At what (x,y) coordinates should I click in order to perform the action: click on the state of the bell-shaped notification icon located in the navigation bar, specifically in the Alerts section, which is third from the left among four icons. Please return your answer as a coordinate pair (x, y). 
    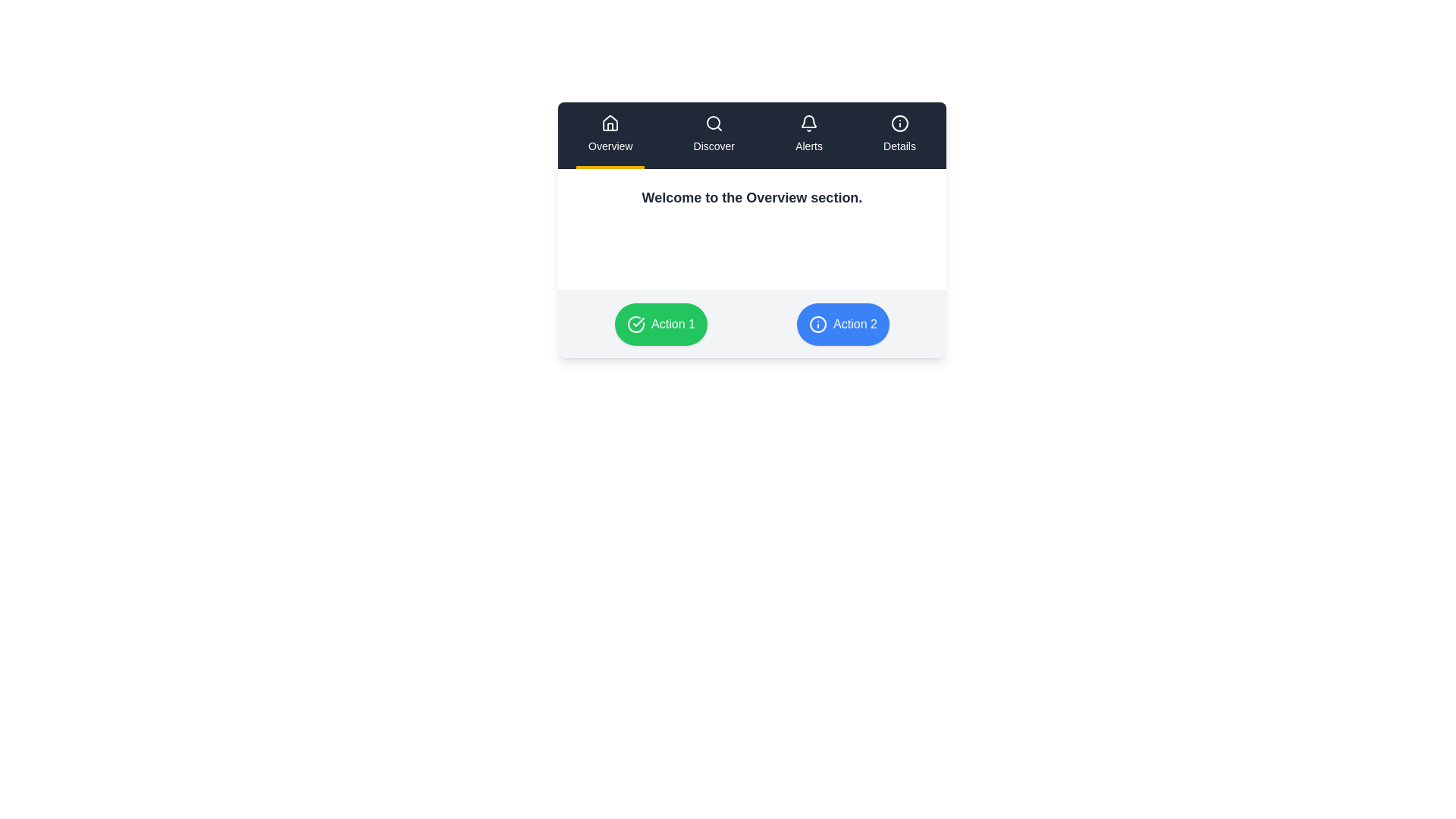
    Looking at the image, I should click on (808, 121).